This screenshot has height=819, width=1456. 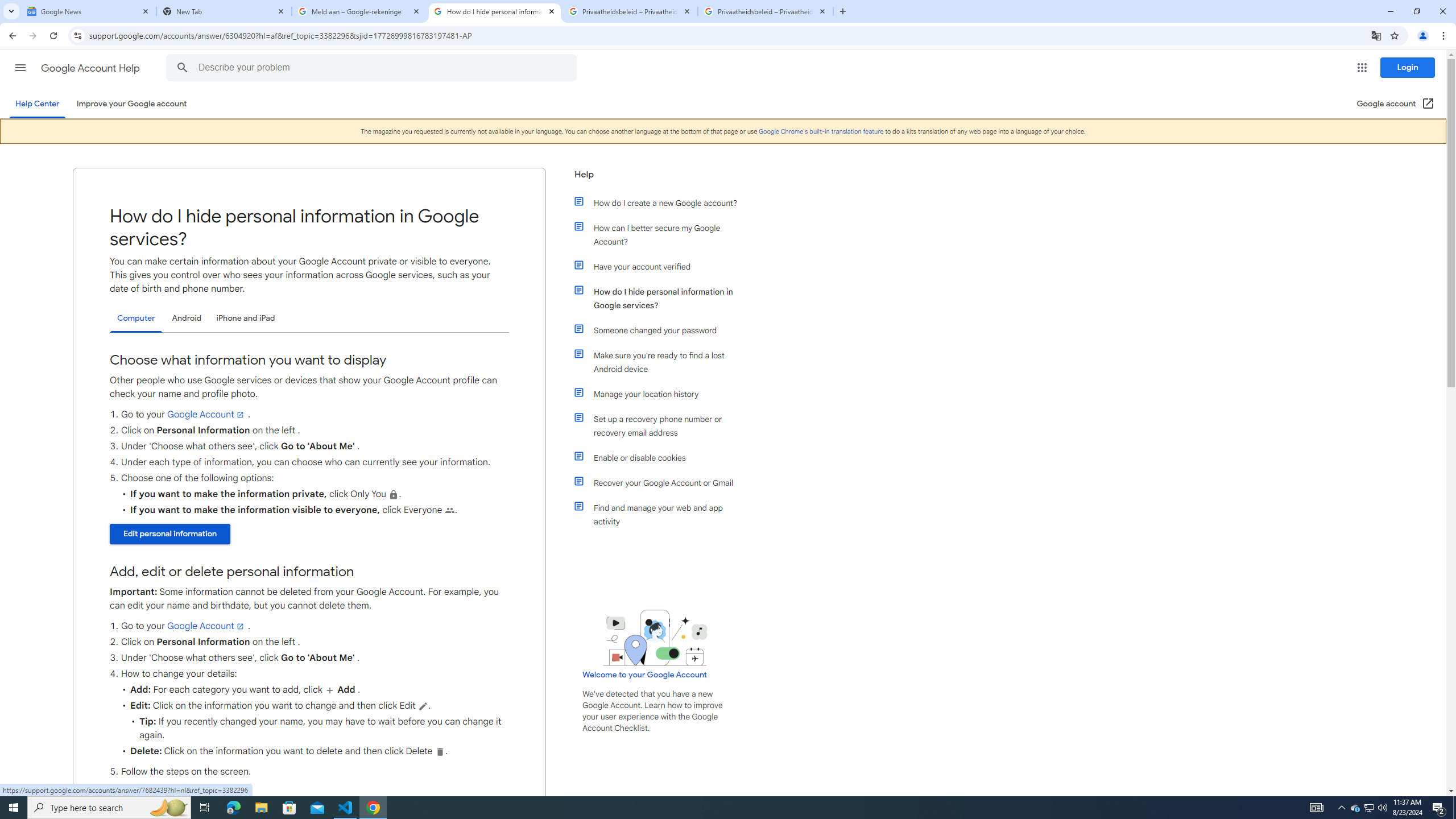 I want to click on 'How do I create a new Google account?', so click(x=661, y=202).